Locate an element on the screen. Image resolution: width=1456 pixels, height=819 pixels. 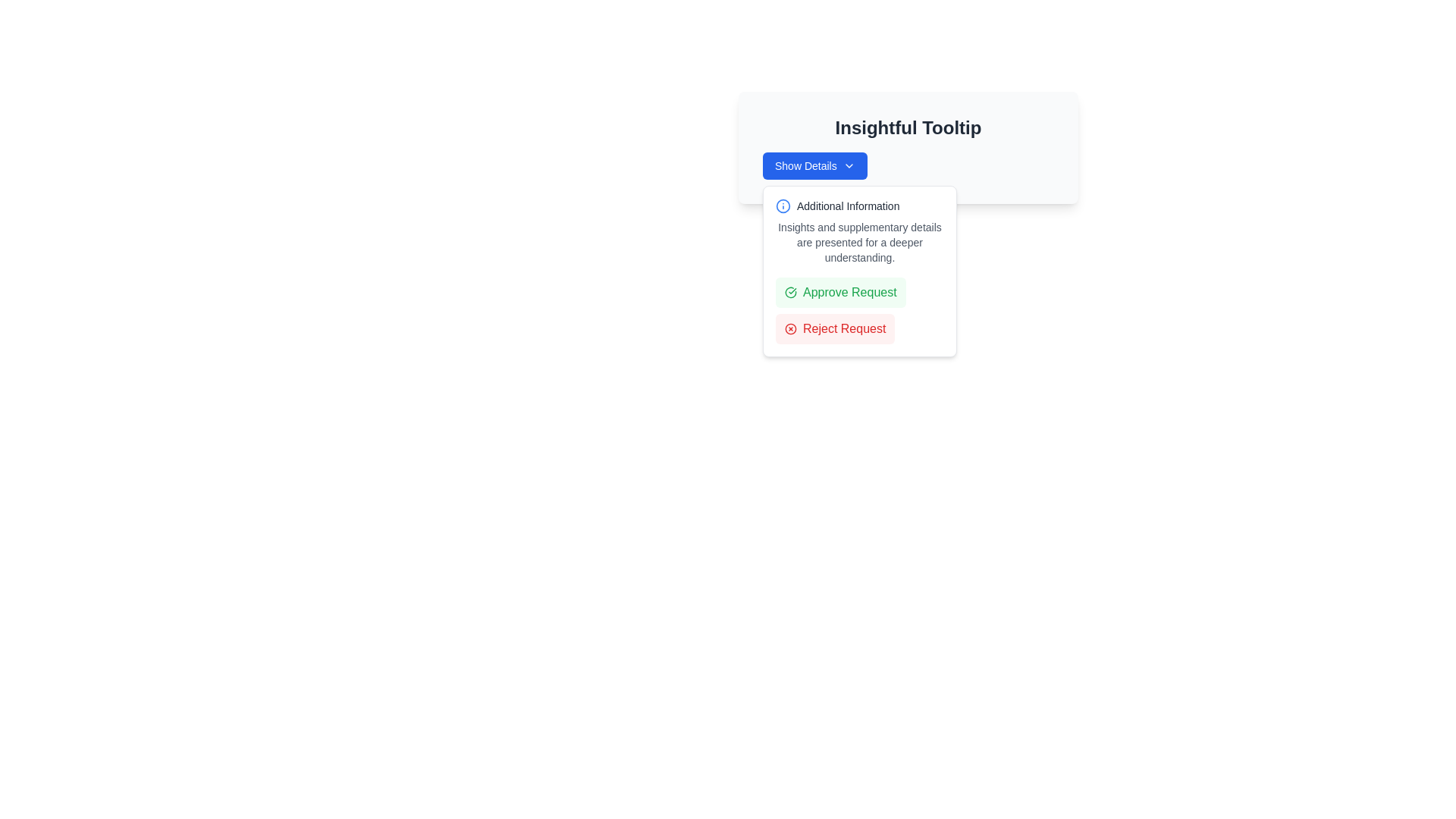
the circular outline SVG Circle element located in the top-left corner of the layout is located at coordinates (789, 328).